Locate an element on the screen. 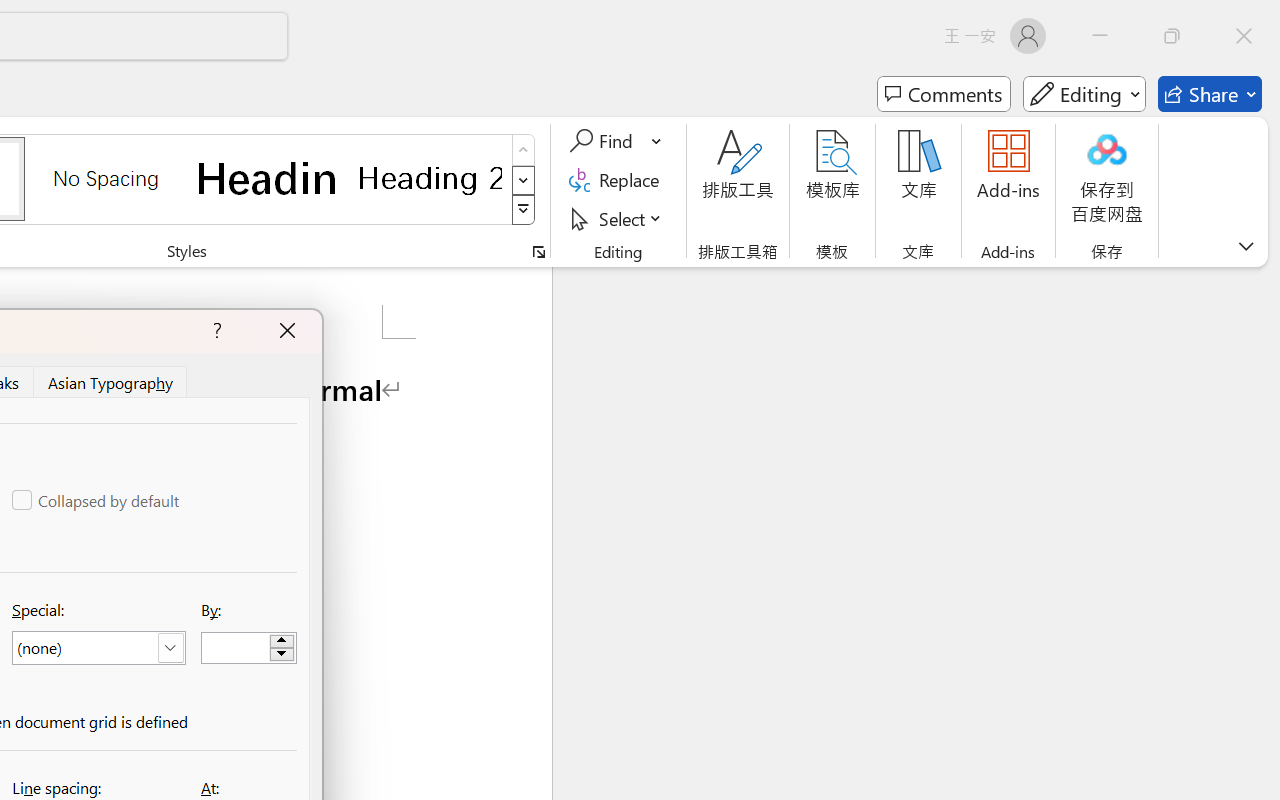 The width and height of the screenshot is (1280, 800). 'Mode' is located at coordinates (1083, 94).